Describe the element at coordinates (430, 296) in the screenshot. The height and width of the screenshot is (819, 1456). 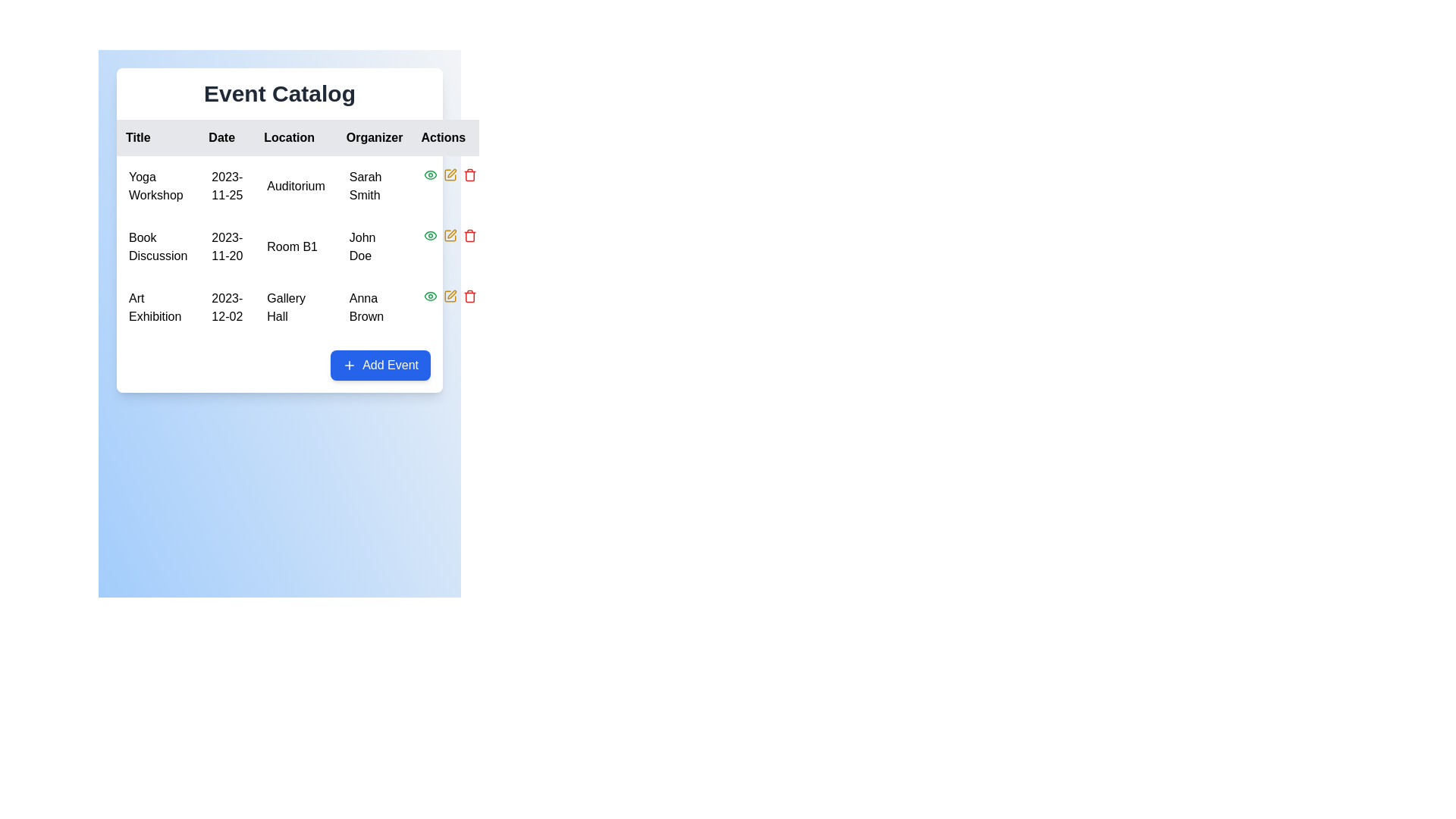
I see `the green eye icon in the third row under the Actions column next to the 'Art Exhibition' entry` at that location.